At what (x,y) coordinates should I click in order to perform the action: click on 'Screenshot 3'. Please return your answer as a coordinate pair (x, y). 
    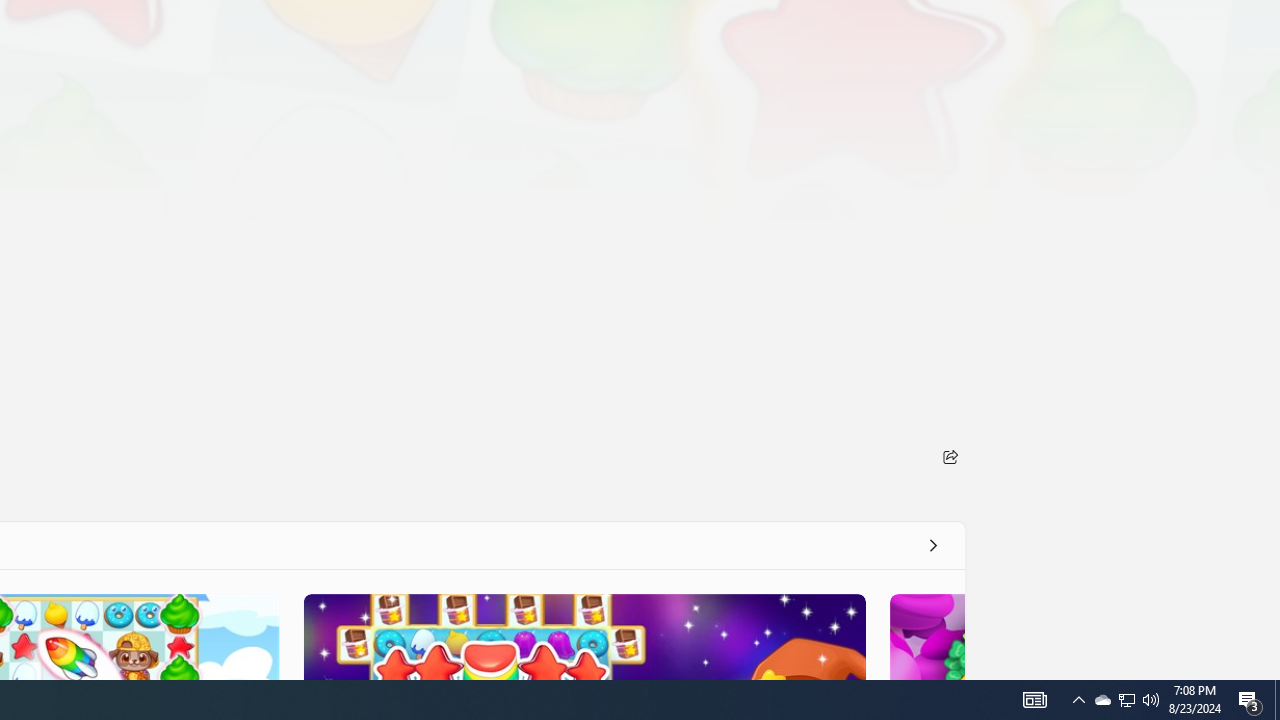
    Looking at the image, I should click on (583, 636).